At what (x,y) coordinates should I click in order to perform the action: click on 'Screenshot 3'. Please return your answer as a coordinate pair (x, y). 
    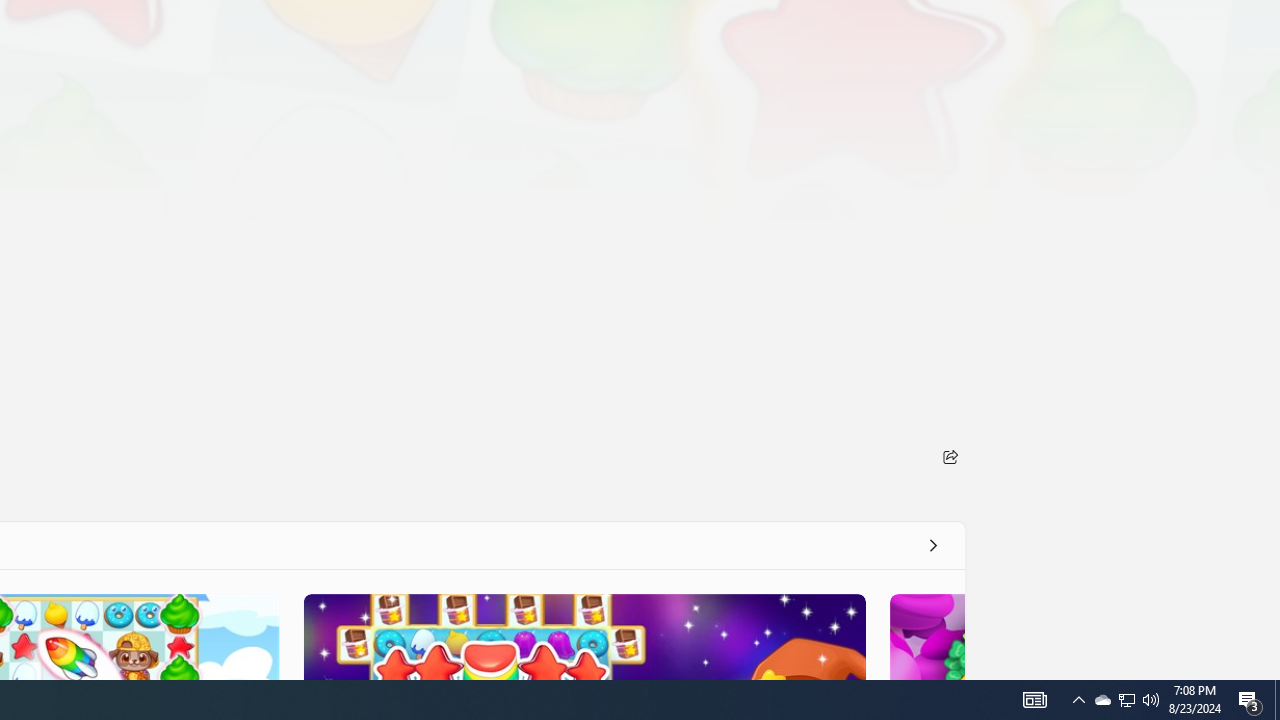
    Looking at the image, I should click on (583, 636).